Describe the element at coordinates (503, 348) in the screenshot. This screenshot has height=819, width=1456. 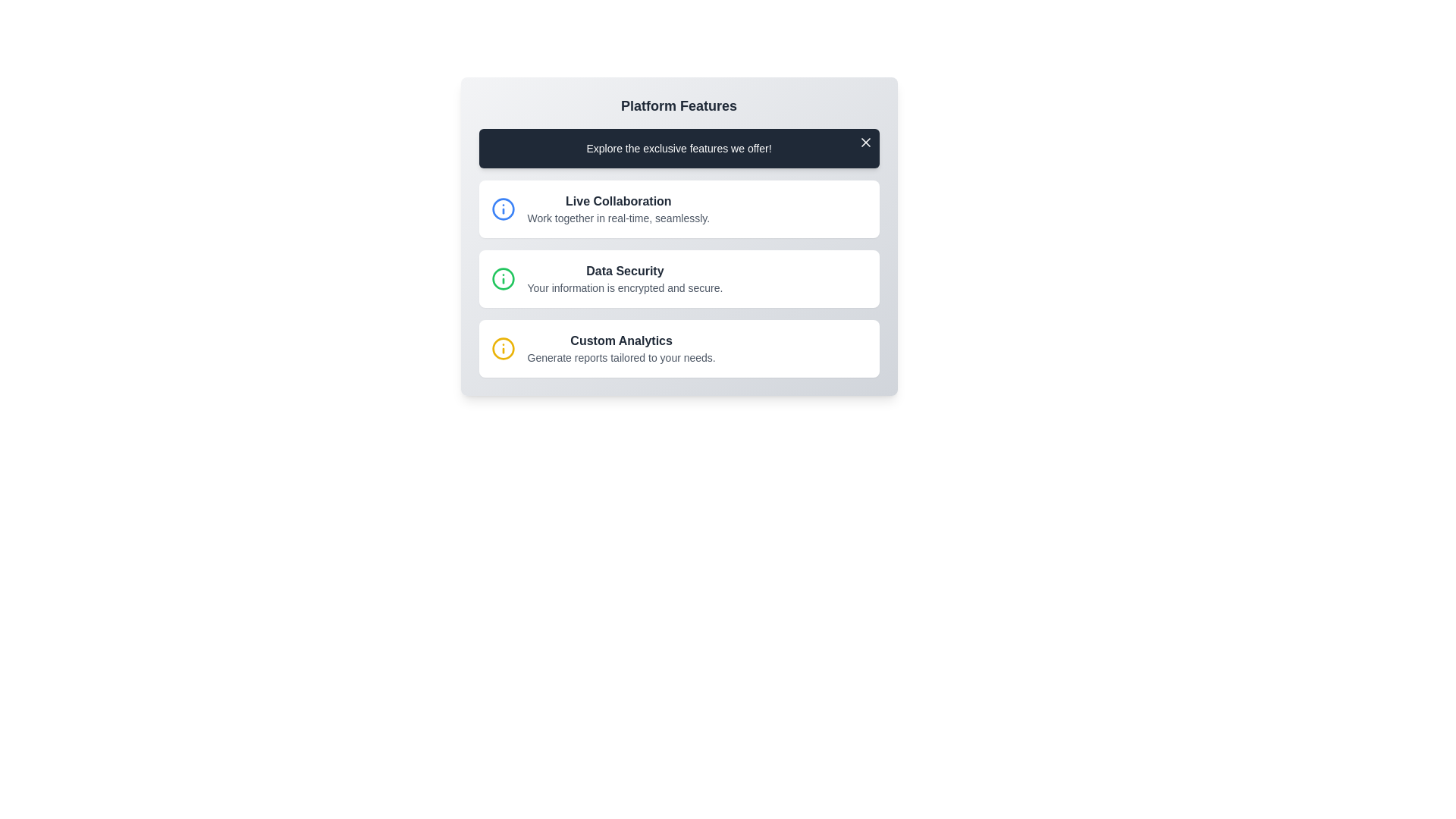
I see `the outermost circle representing the boundary of the 'Custom Analytics' icon, which is located at the far right of a vertical list of features` at that location.